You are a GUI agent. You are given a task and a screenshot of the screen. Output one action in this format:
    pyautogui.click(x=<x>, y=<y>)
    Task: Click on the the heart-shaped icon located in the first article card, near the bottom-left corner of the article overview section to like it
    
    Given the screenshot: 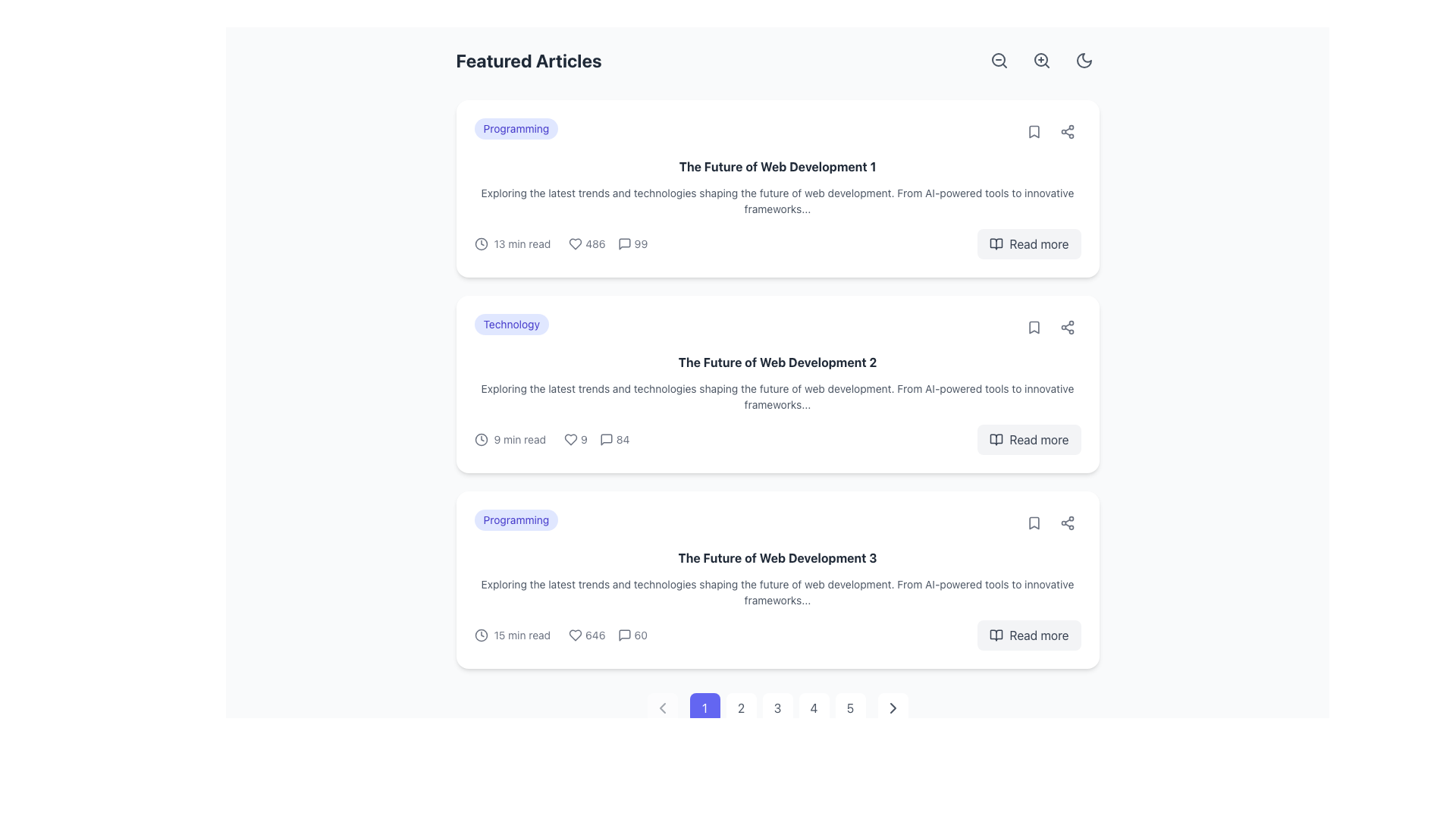 What is the action you would take?
    pyautogui.click(x=574, y=243)
    